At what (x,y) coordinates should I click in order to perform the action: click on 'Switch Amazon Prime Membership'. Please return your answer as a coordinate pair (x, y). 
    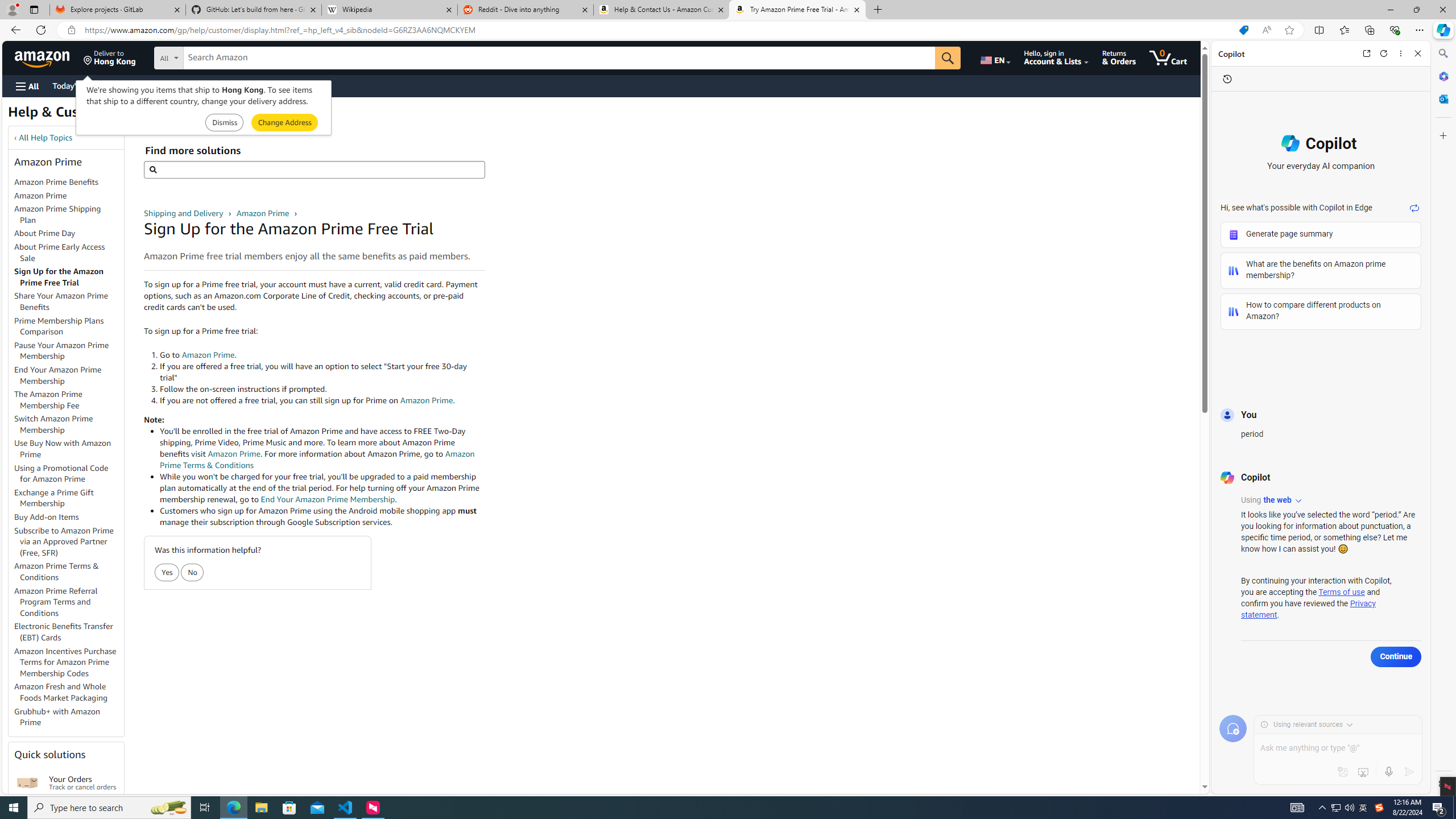
    Looking at the image, I should click on (53, 423).